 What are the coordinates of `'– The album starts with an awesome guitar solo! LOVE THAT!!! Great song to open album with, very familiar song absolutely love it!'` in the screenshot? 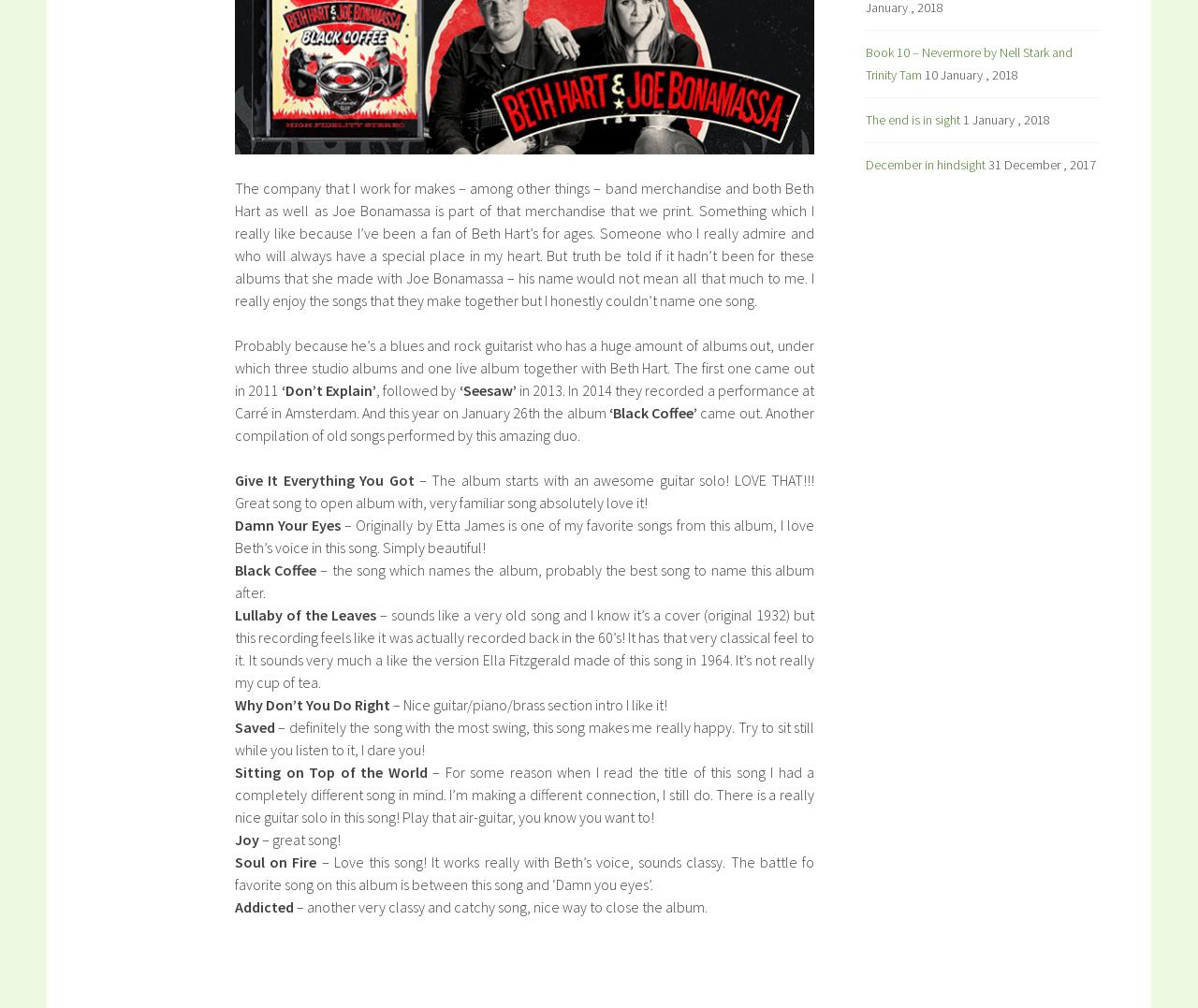 It's located at (524, 490).